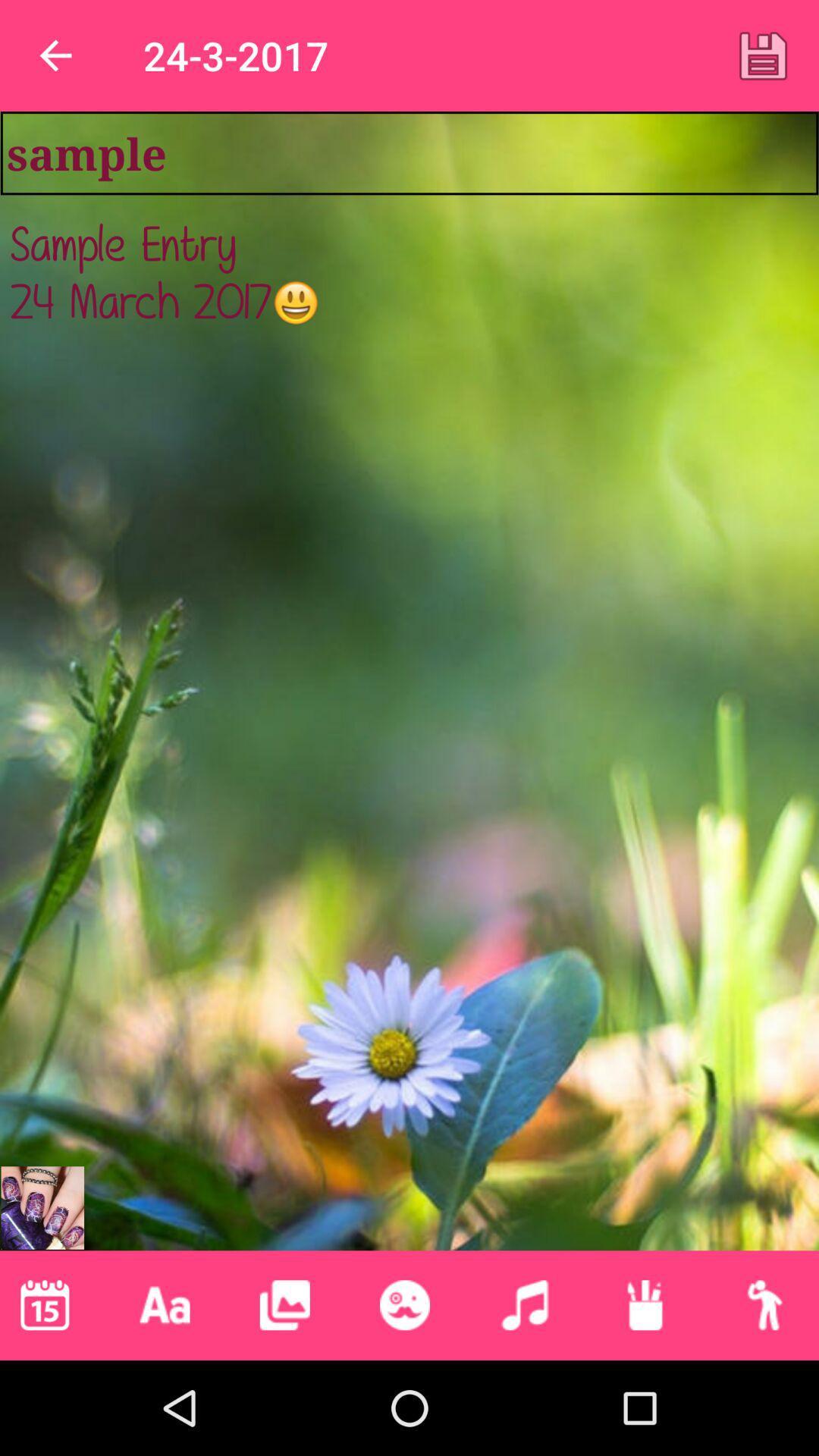 The width and height of the screenshot is (819, 1456). Describe the element at coordinates (763, 55) in the screenshot. I see `save` at that location.